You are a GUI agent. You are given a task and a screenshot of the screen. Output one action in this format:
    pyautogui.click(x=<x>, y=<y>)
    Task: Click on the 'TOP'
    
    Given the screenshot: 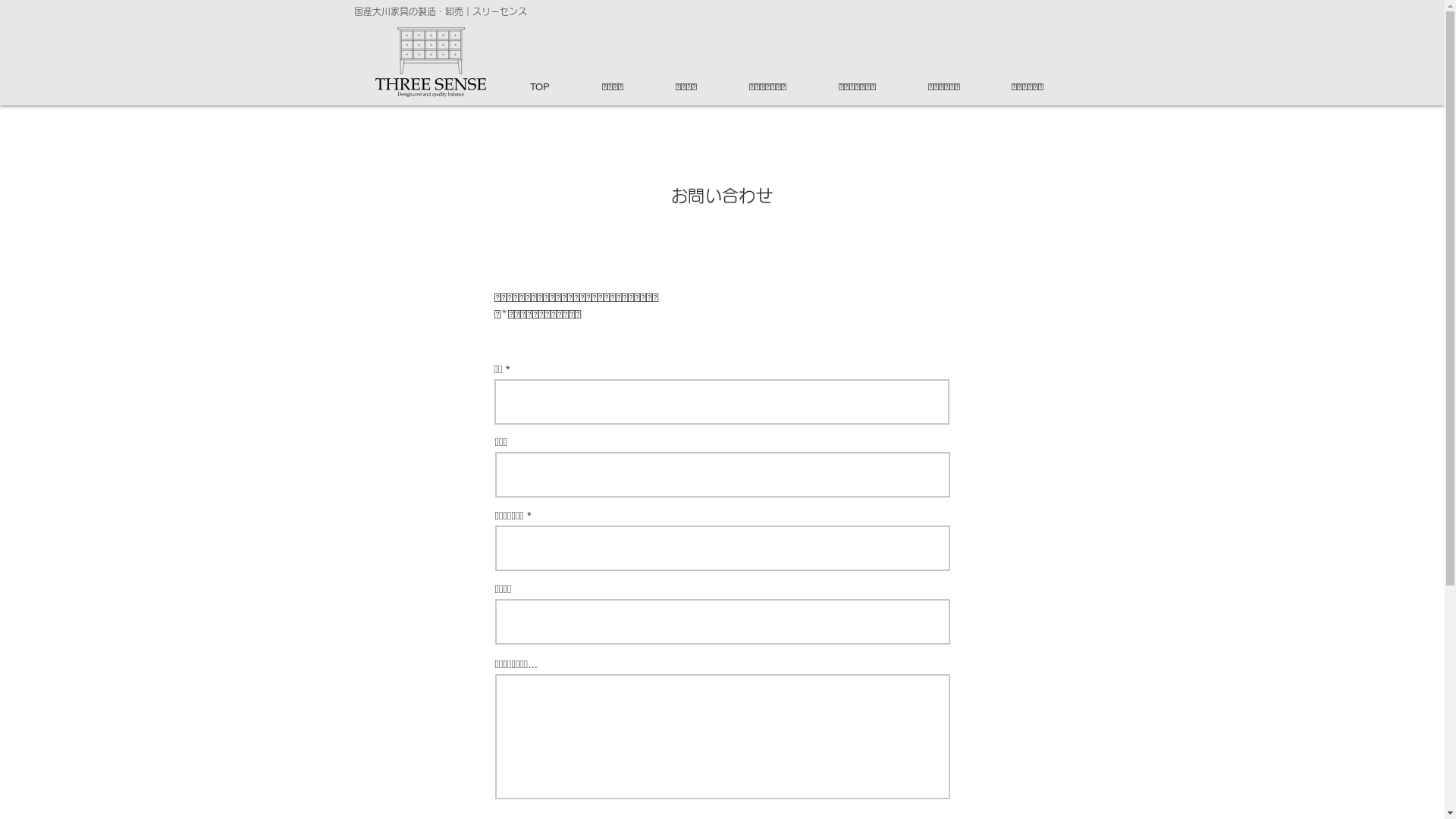 What is the action you would take?
    pyautogui.click(x=554, y=86)
    